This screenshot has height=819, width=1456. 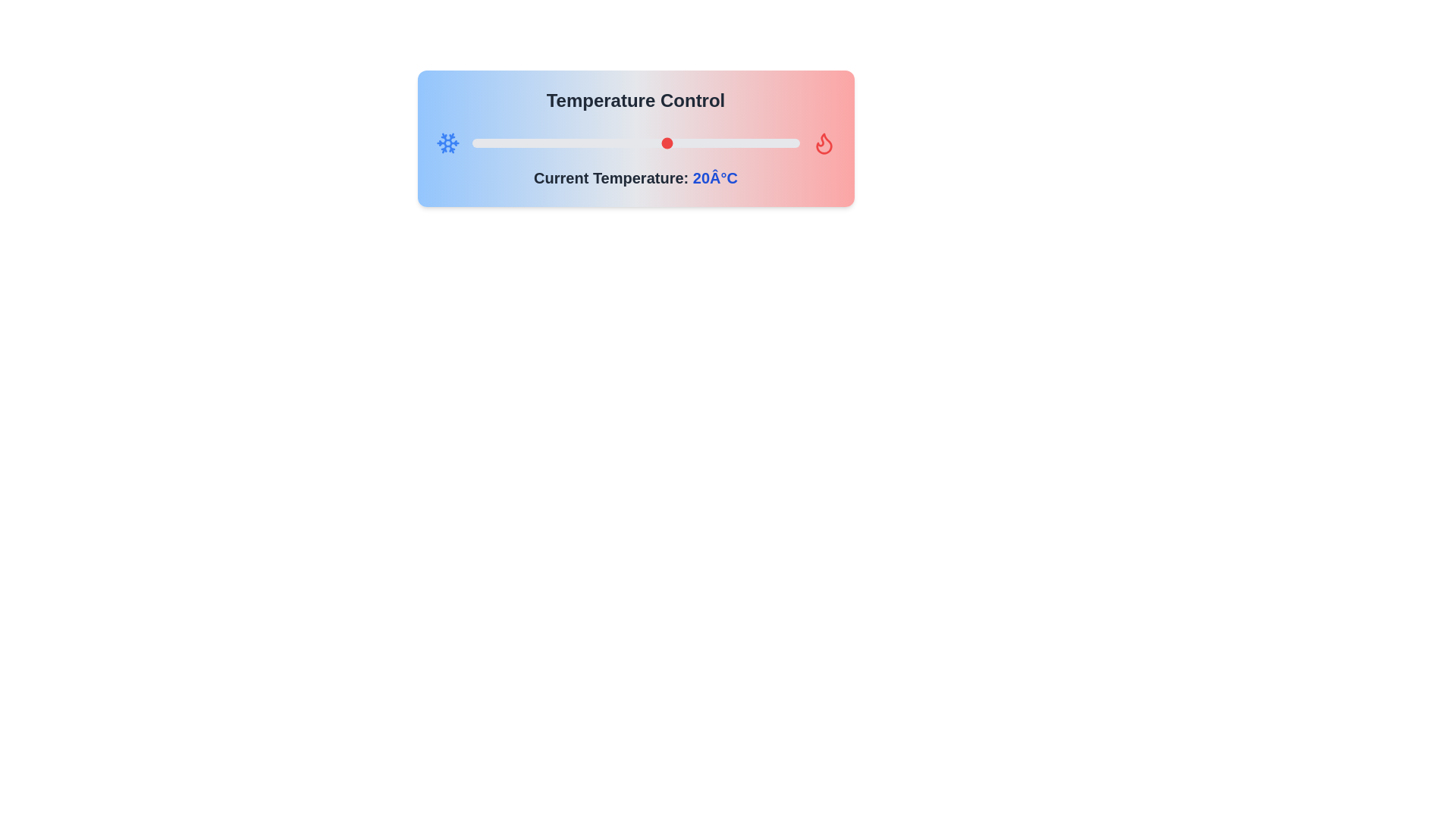 What do you see at coordinates (734, 143) in the screenshot?
I see `the temperature slider to 30 degrees Celsius` at bounding box center [734, 143].